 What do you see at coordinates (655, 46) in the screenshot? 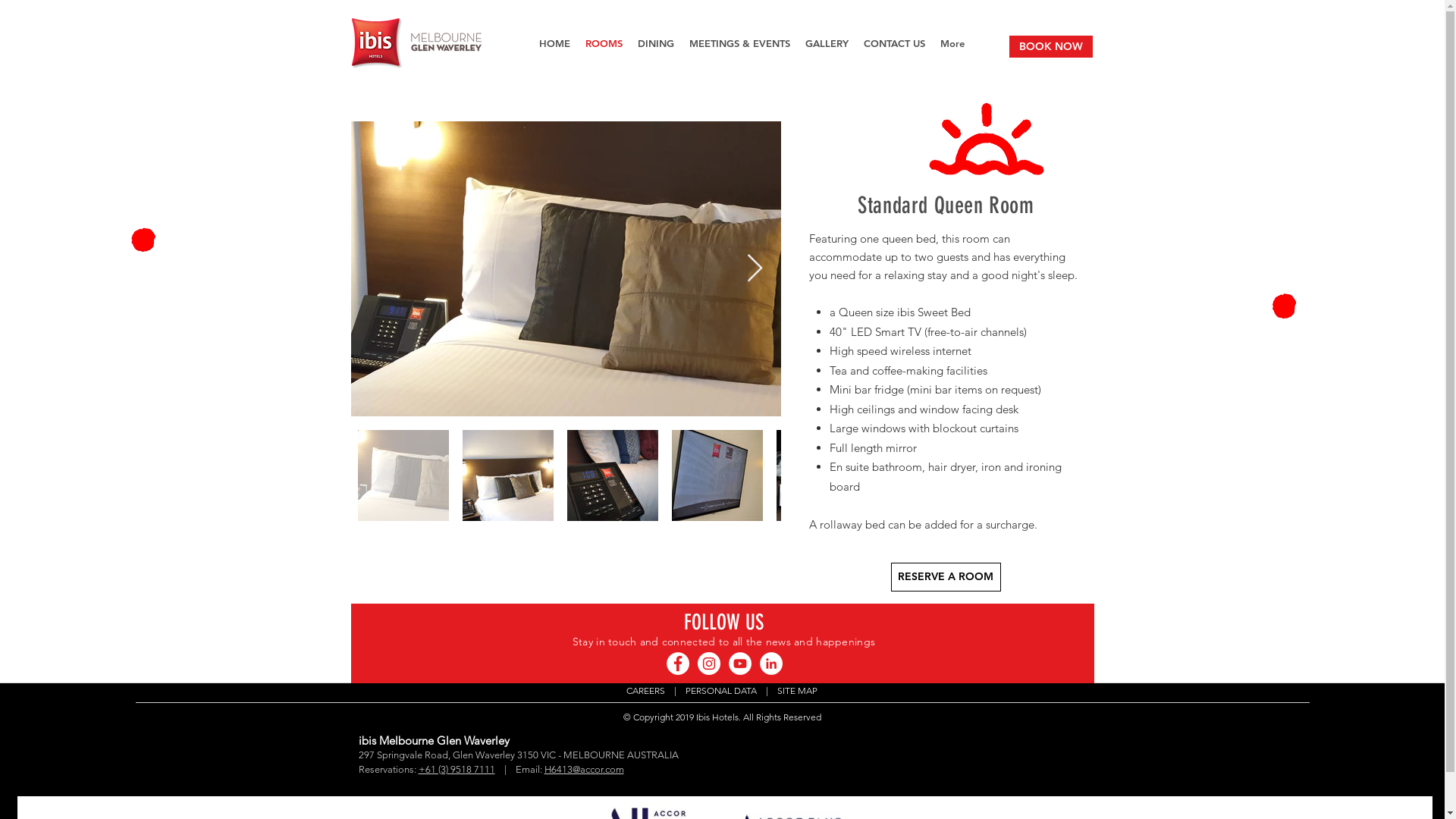
I see `'DINING'` at bounding box center [655, 46].